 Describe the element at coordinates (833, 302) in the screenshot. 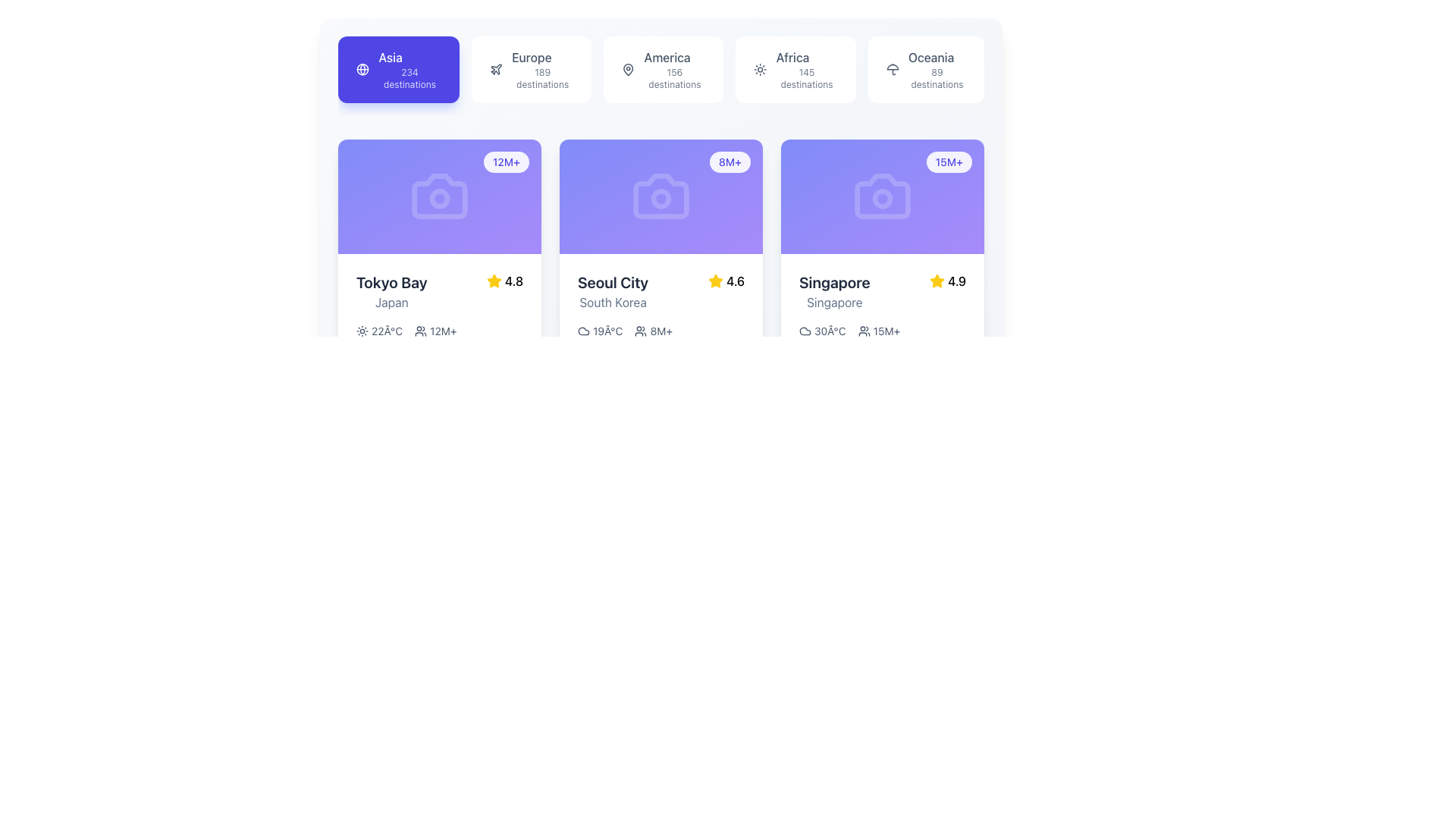

I see `the text label that reads 'Singapore', which is styled with a subtle grey color and positioned within the information card, located beneath the city name and above the weather and population information` at that location.